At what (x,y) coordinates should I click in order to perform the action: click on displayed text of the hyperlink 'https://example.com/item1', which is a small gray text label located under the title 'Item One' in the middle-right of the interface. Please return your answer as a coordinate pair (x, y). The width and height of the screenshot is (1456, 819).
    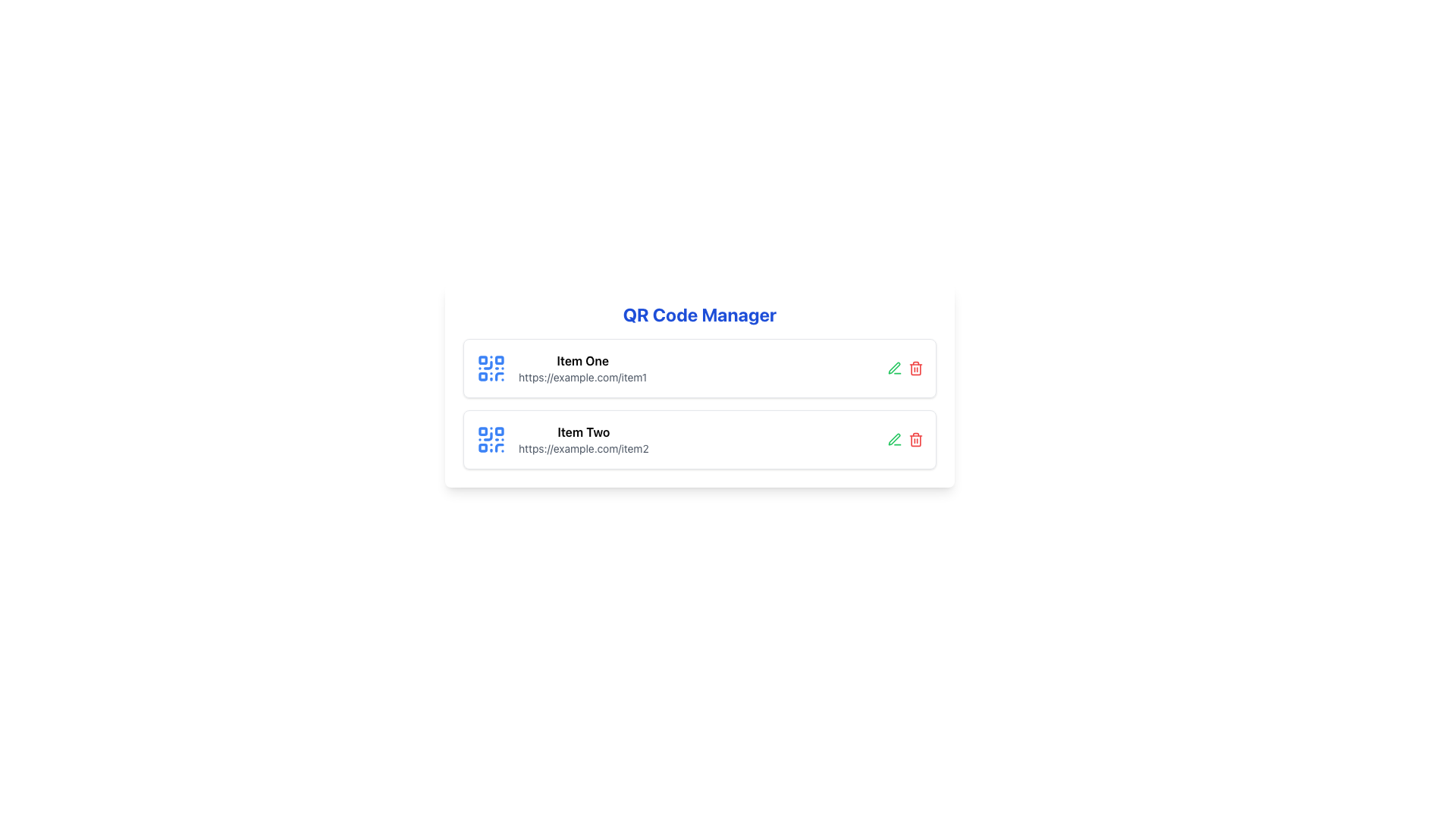
    Looking at the image, I should click on (582, 376).